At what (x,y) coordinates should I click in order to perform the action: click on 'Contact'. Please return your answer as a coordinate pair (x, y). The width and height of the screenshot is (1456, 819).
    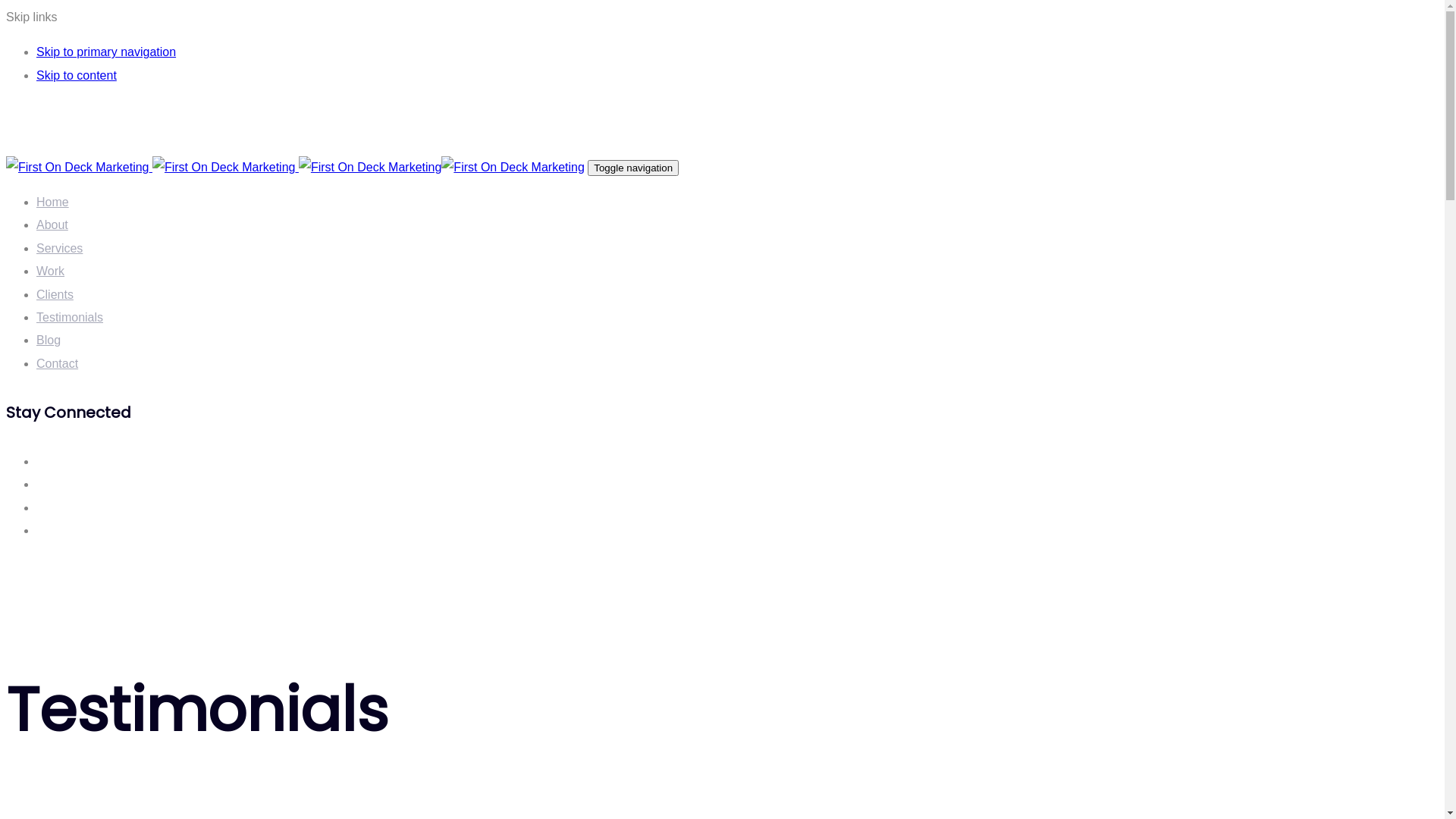
    Looking at the image, I should click on (36, 363).